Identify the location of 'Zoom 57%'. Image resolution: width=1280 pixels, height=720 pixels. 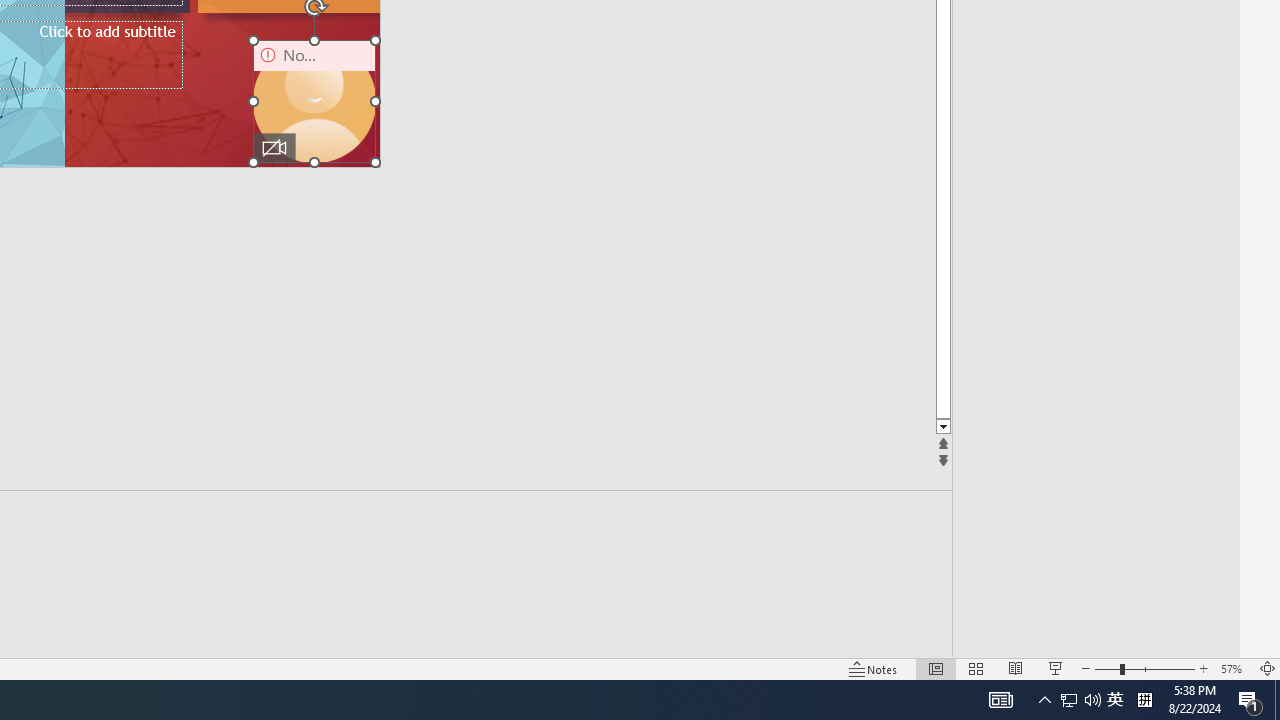
(1233, 669).